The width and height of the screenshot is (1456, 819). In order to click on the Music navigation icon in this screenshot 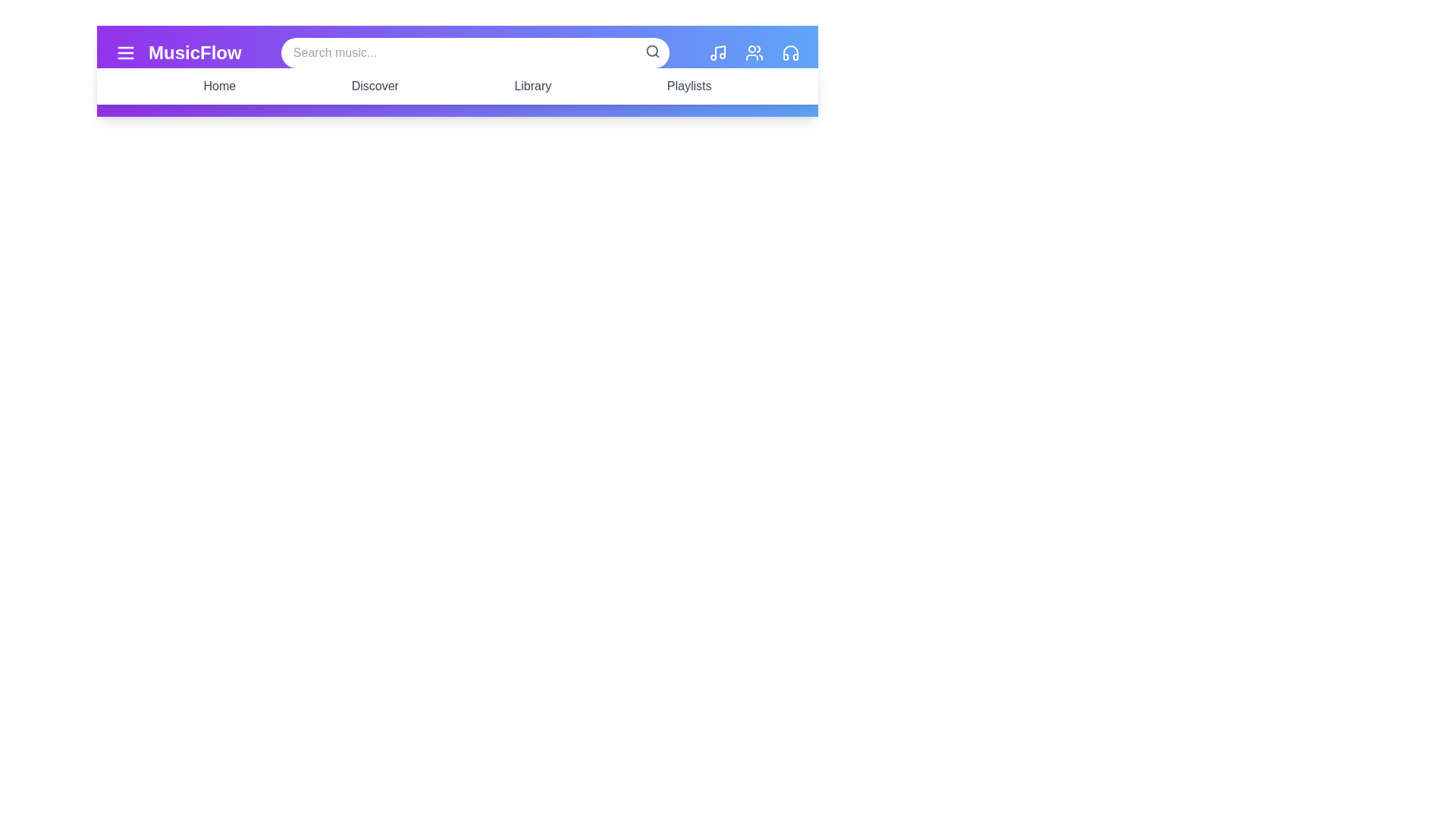, I will do `click(717, 52)`.